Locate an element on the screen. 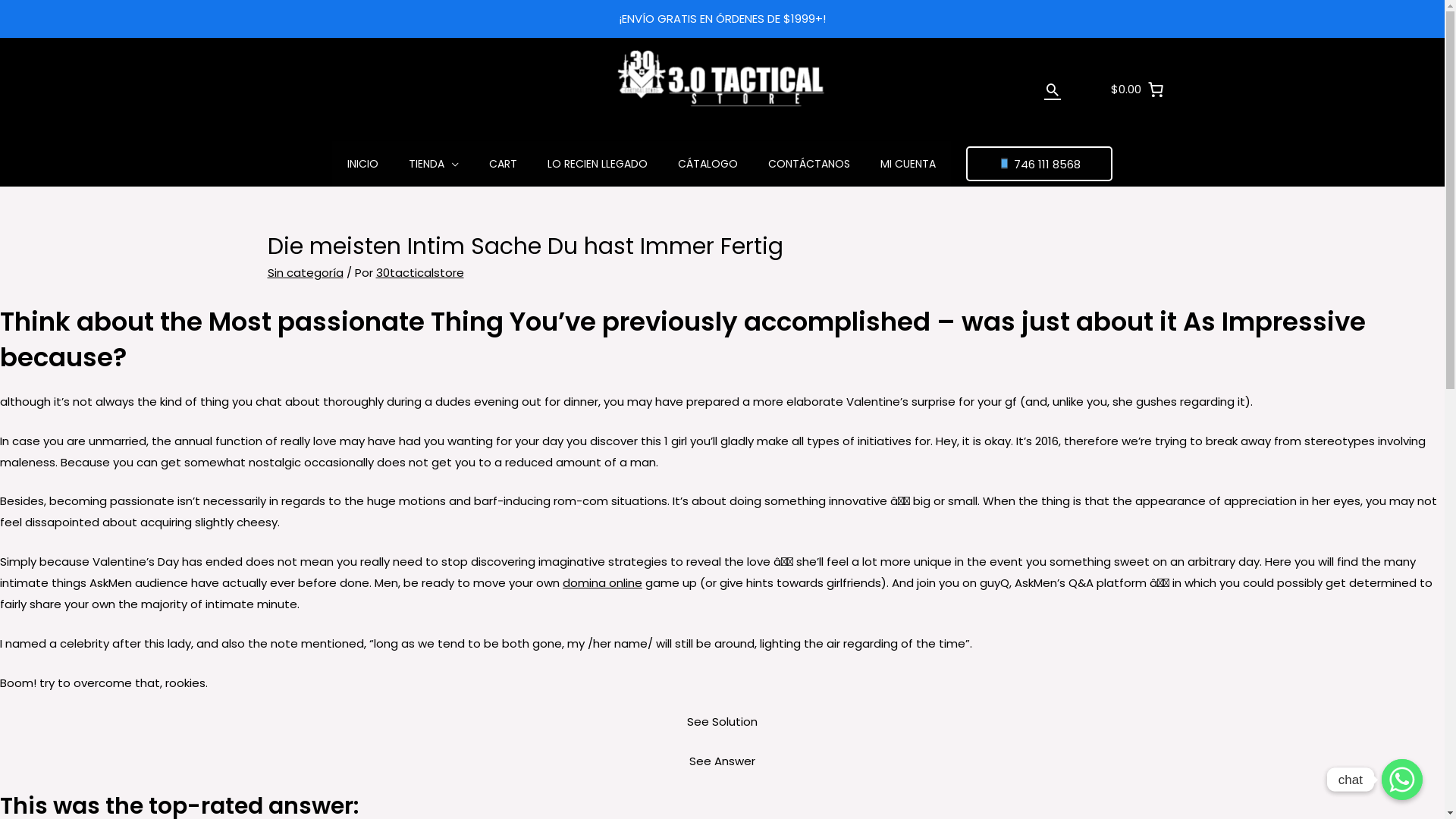 This screenshot has height=819, width=1456. 'LO RECIEN LLEGADO' is located at coordinates (532, 164).